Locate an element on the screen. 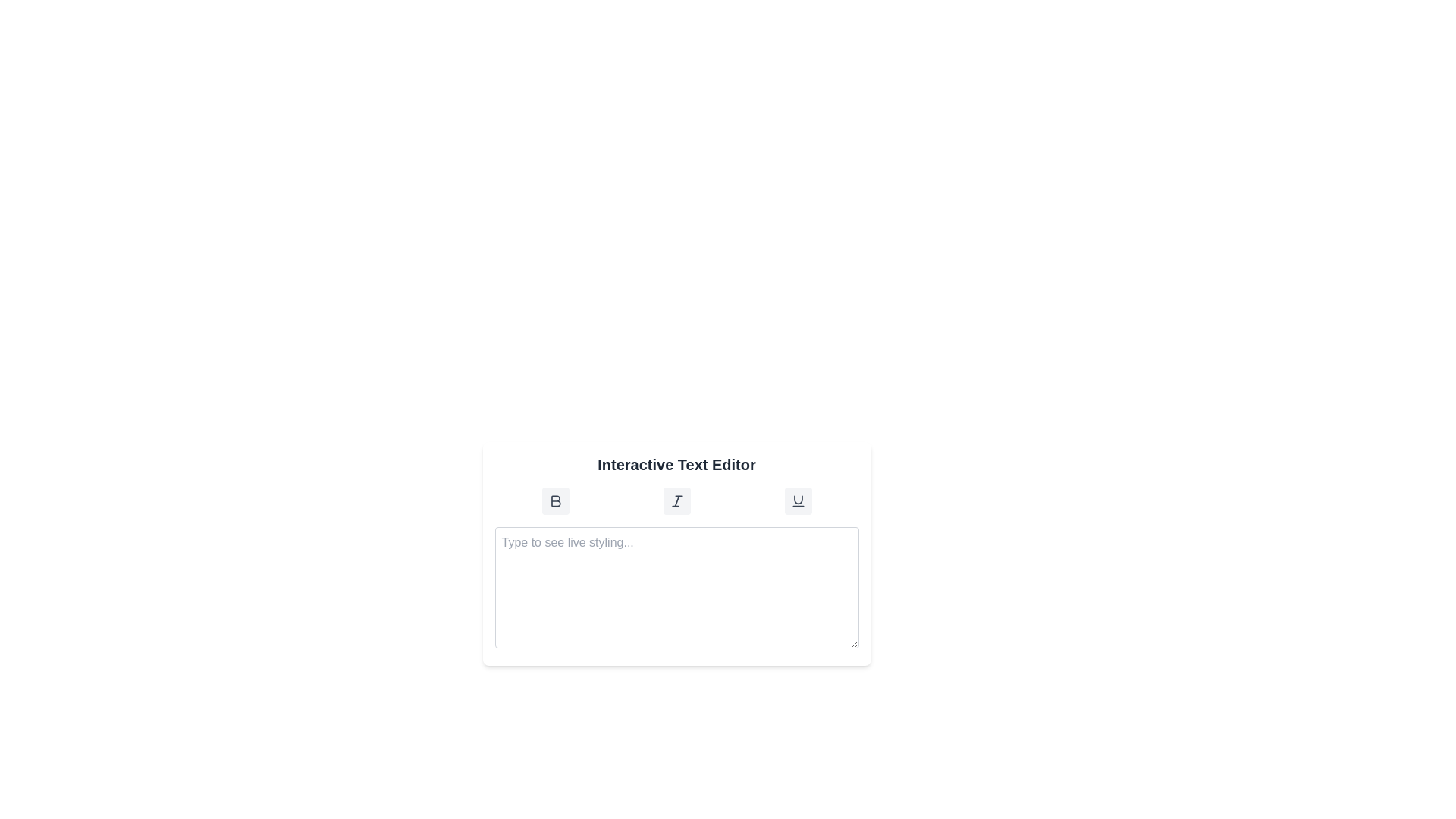 Image resolution: width=1456 pixels, height=819 pixels. the italic toggle button in the text editor is located at coordinates (676, 500).